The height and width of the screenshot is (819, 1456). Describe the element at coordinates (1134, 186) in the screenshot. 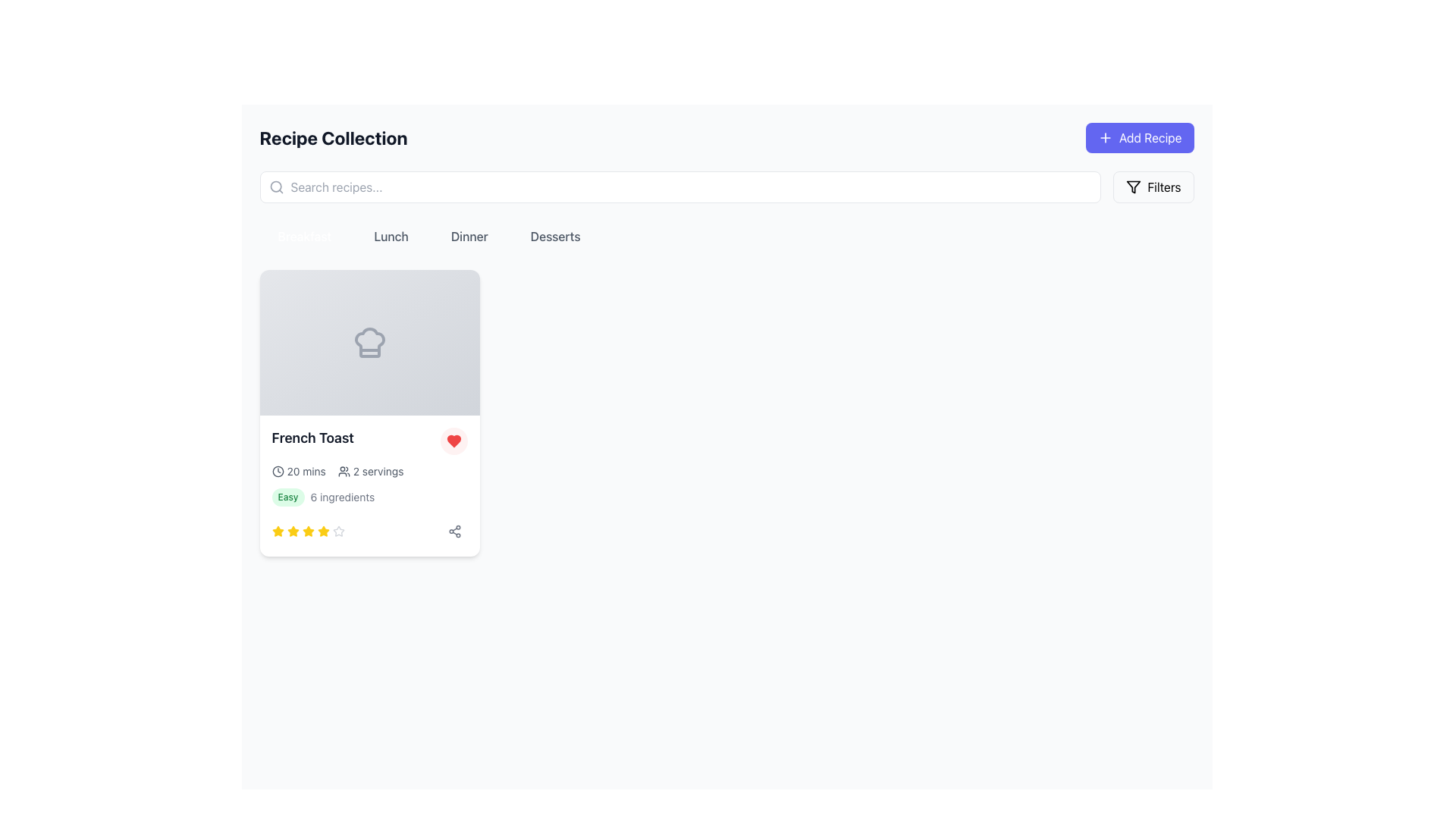

I see `the filter icon located at the center of the 'Filters' button in the top-right corner of the interface` at that location.